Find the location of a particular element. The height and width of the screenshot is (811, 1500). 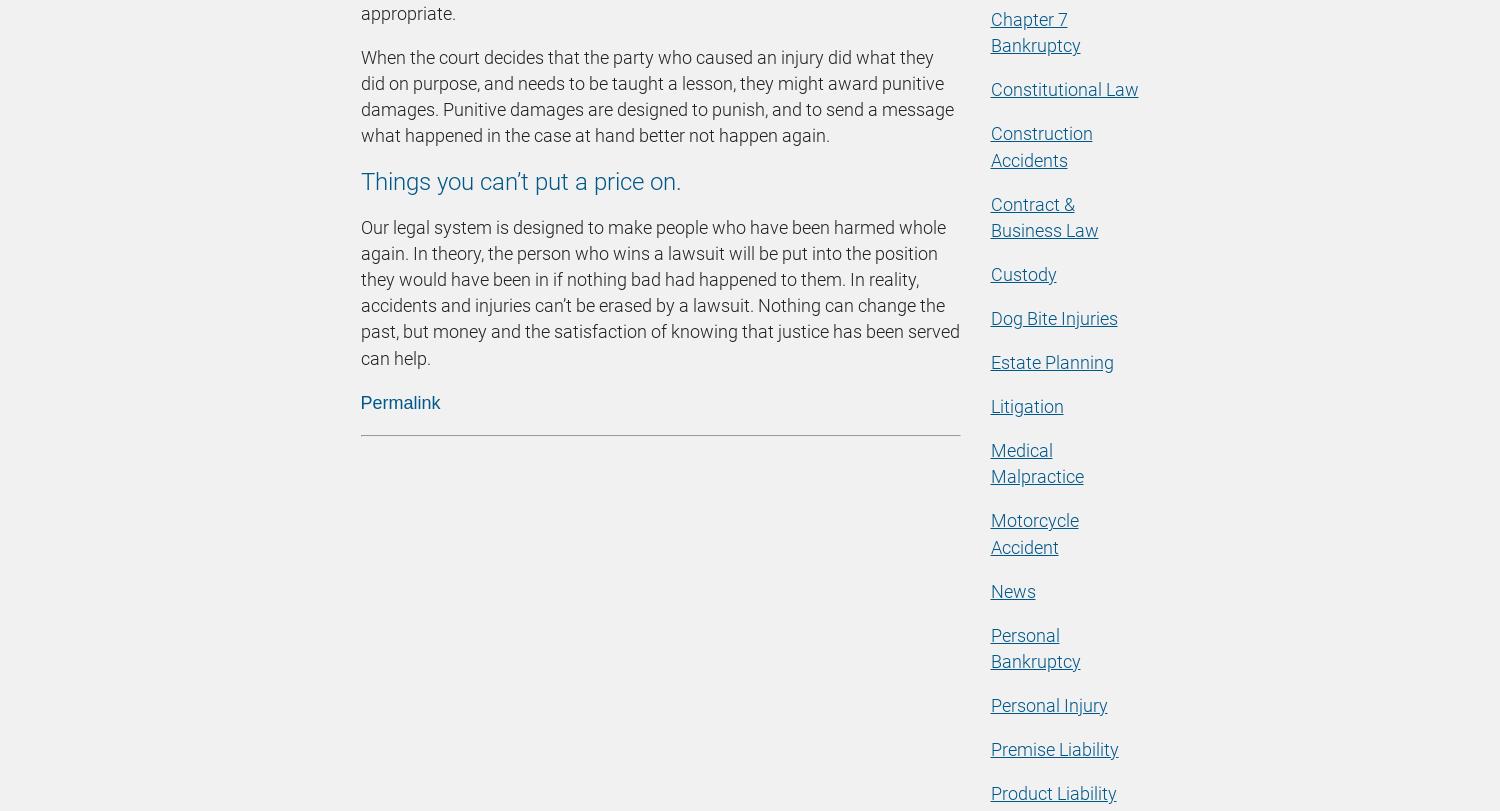

'Personal Bankruptcy' is located at coordinates (1035, 646).